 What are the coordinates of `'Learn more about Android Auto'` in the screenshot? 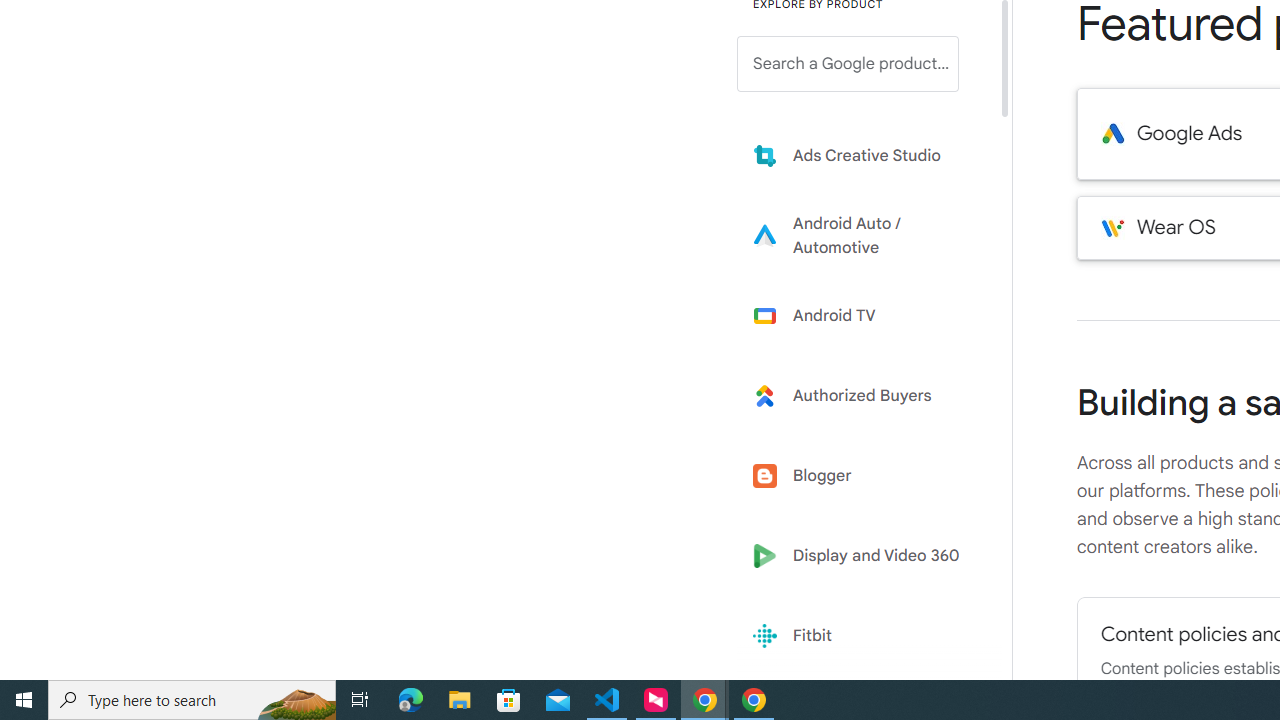 It's located at (862, 234).